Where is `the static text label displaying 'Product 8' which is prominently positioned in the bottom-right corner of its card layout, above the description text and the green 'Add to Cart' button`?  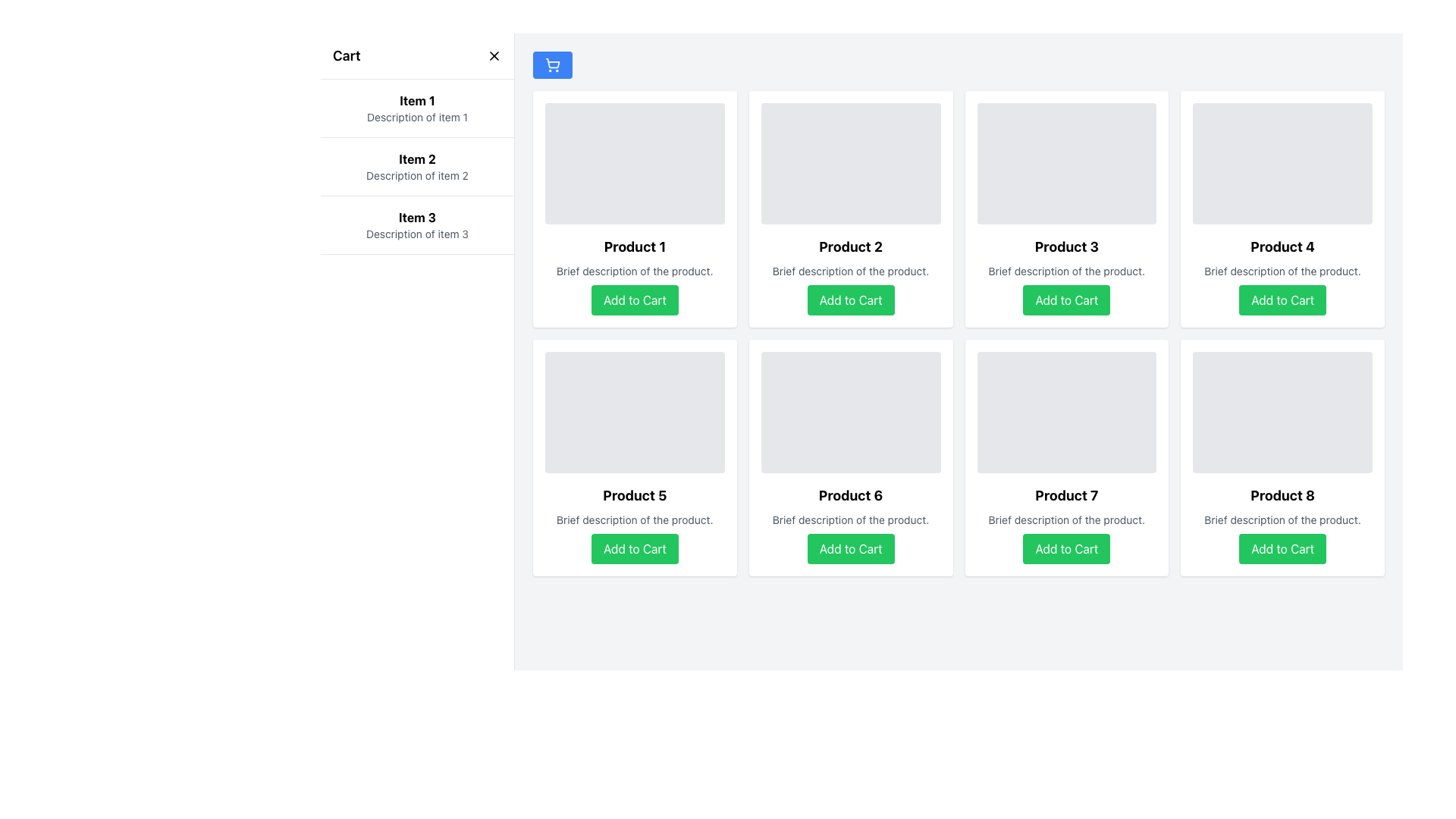 the static text label displaying 'Product 8' which is prominently positioned in the bottom-right corner of its card layout, above the description text and the green 'Add to Cart' button is located at coordinates (1282, 496).